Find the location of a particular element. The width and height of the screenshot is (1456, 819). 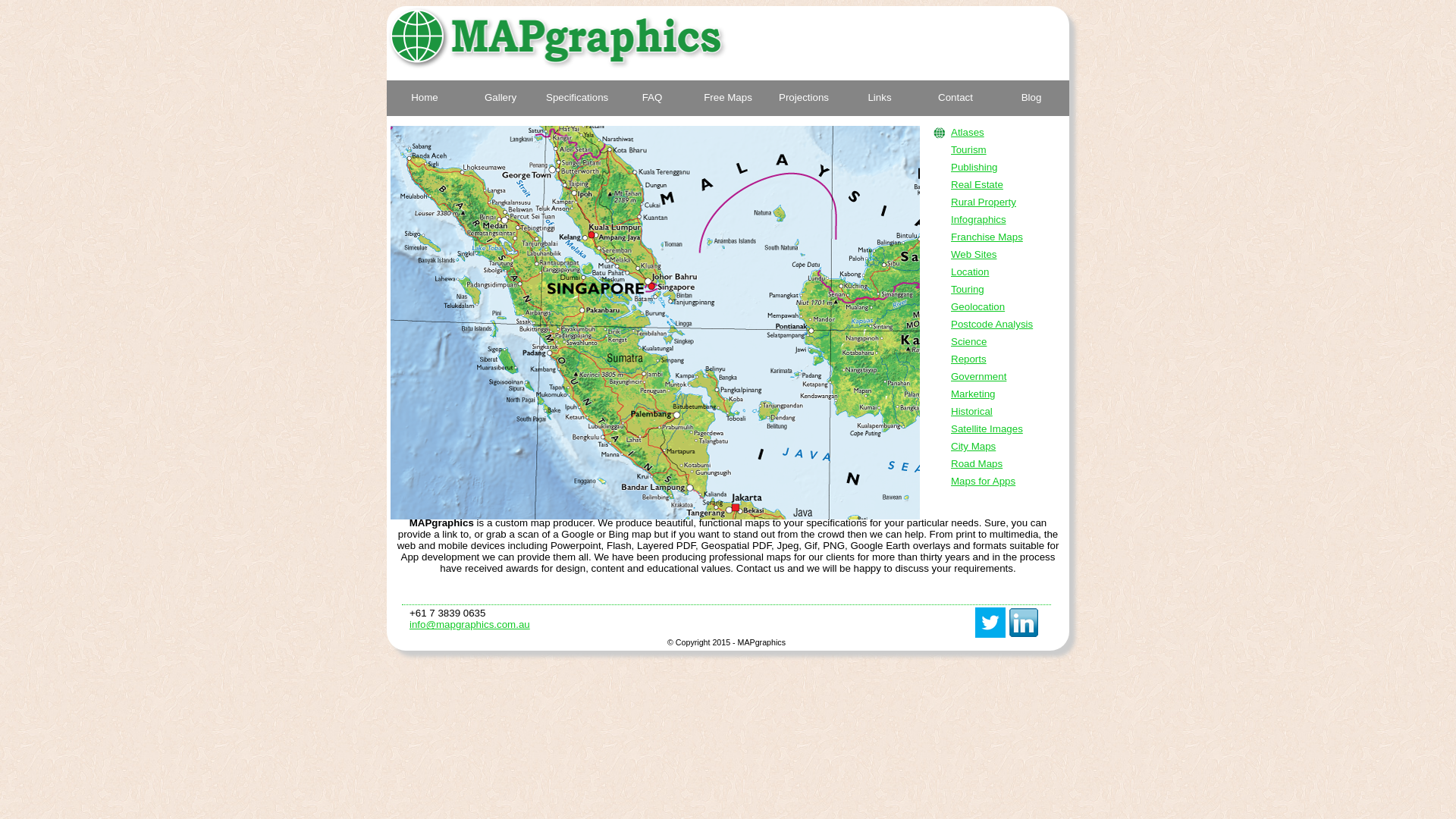

'Contact' is located at coordinates (954, 98).